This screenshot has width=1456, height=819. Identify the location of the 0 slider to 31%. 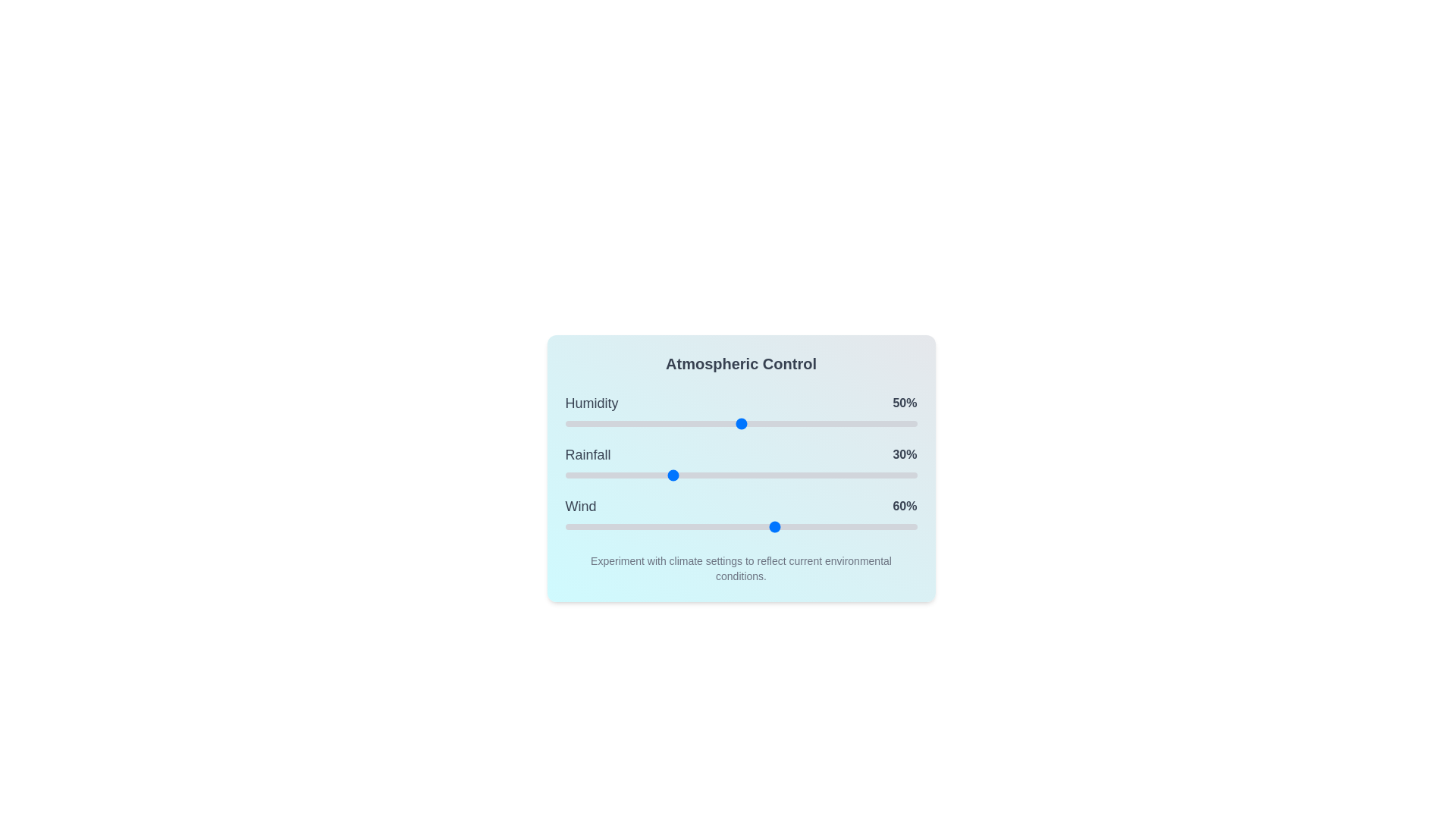
(673, 424).